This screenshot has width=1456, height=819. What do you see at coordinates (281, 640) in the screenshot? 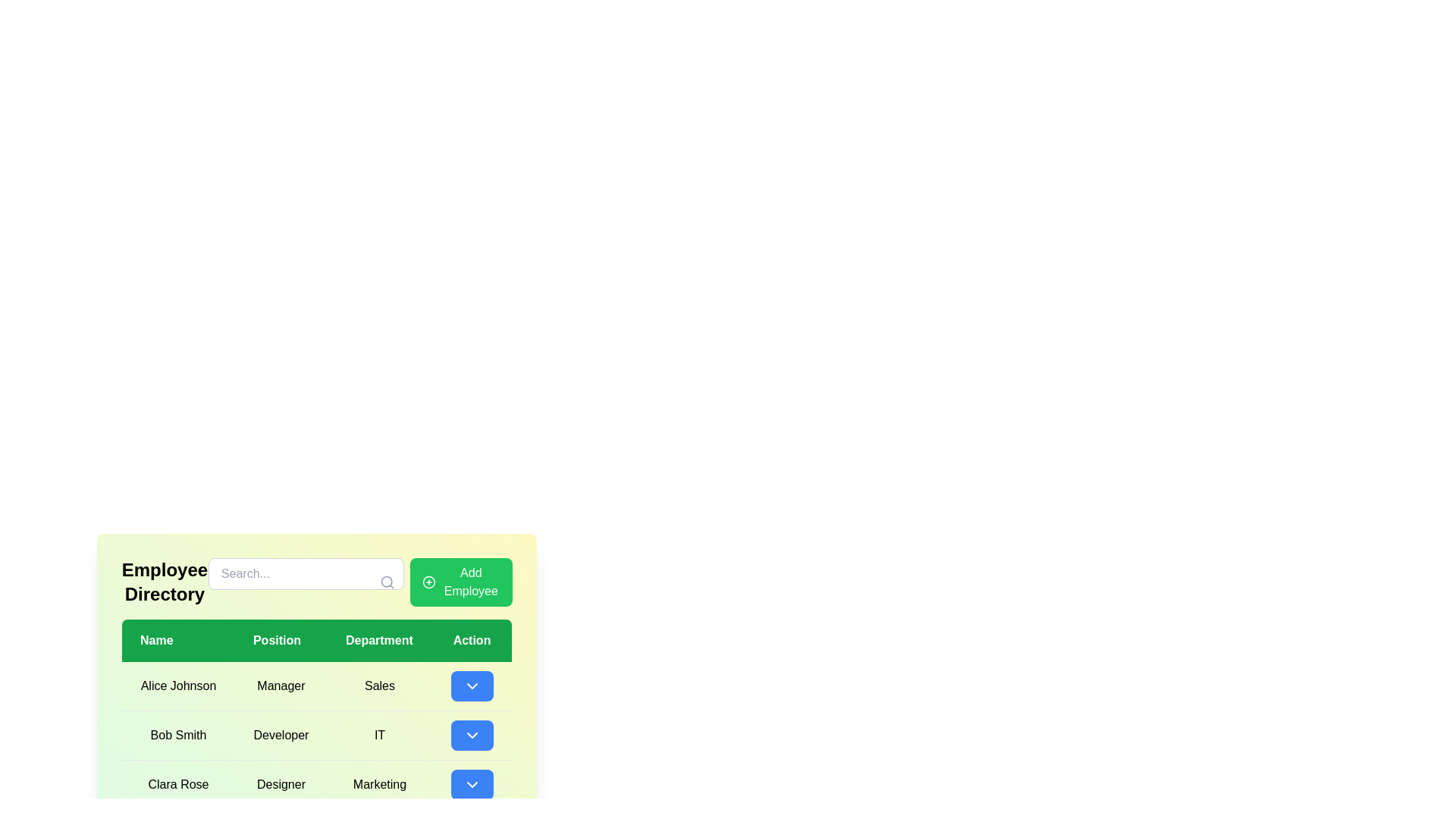
I see `the 'Position' column header label within the table, which is the second column header located between 'Name' and 'Department'` at bounding box center [281, 640].